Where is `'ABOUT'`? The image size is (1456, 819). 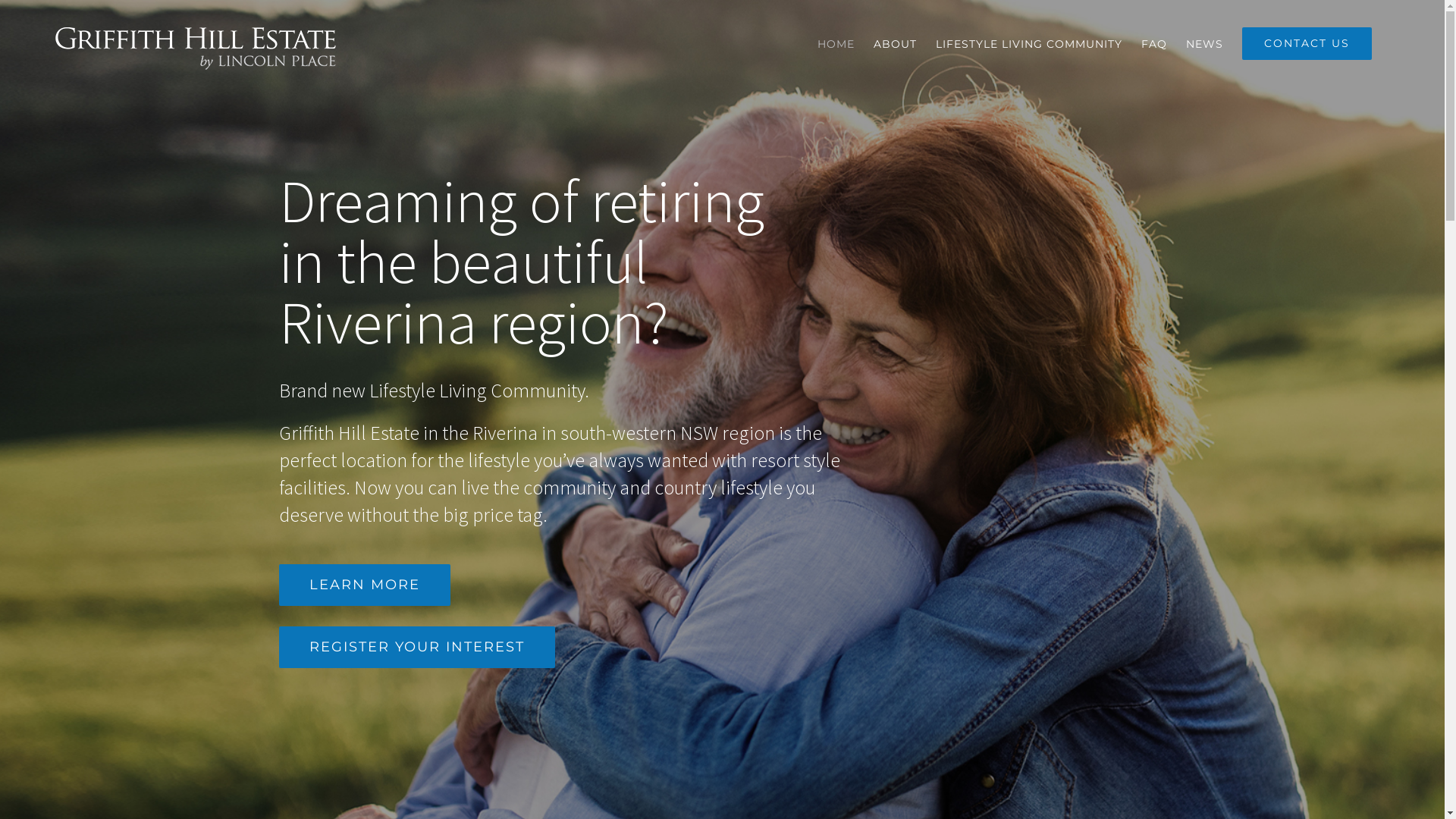 'ABOUT' is located at coordinates (895, 42).